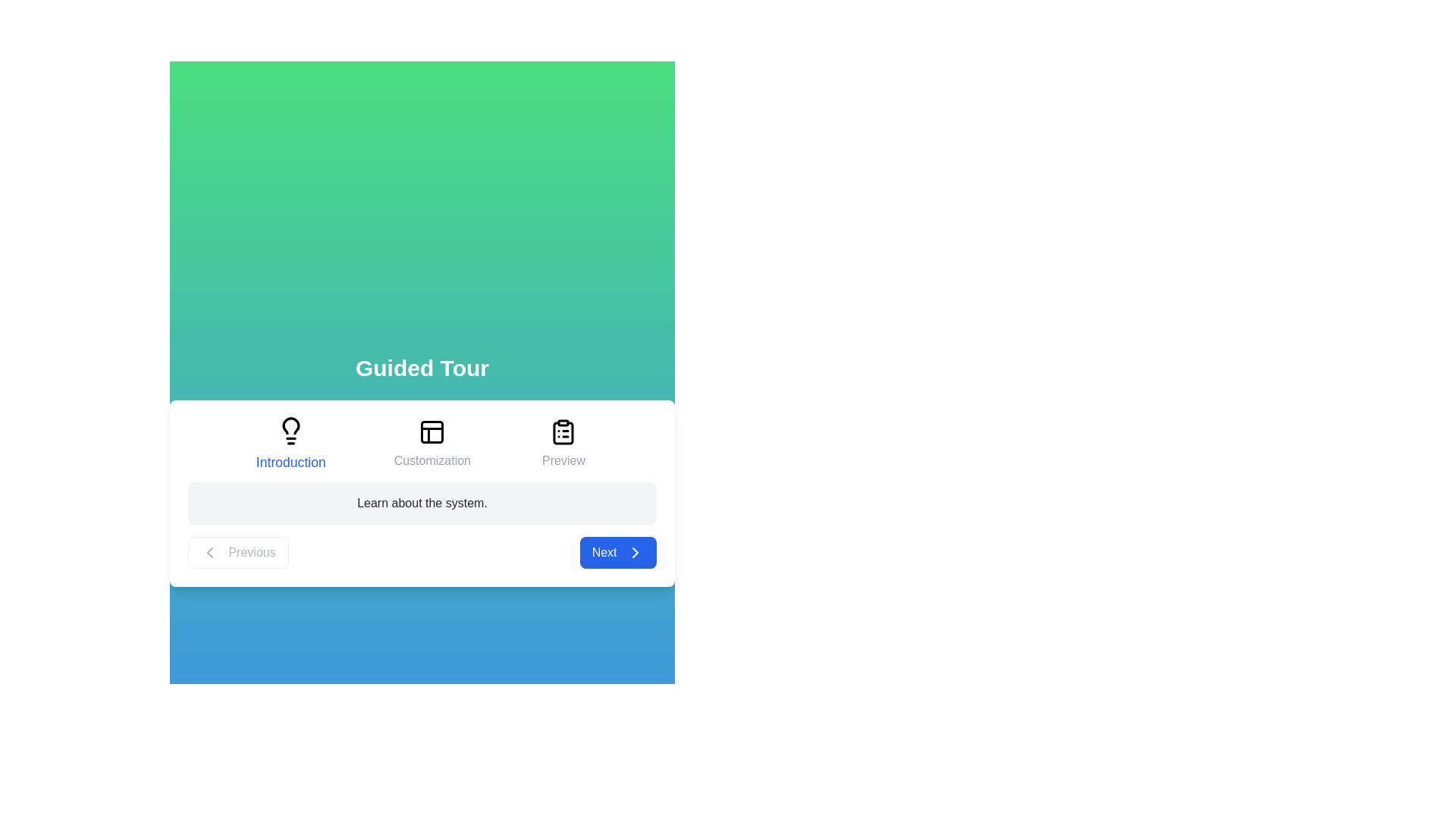  I want to click on the 'Guided Tour' title and read its content, so click(422, 368).